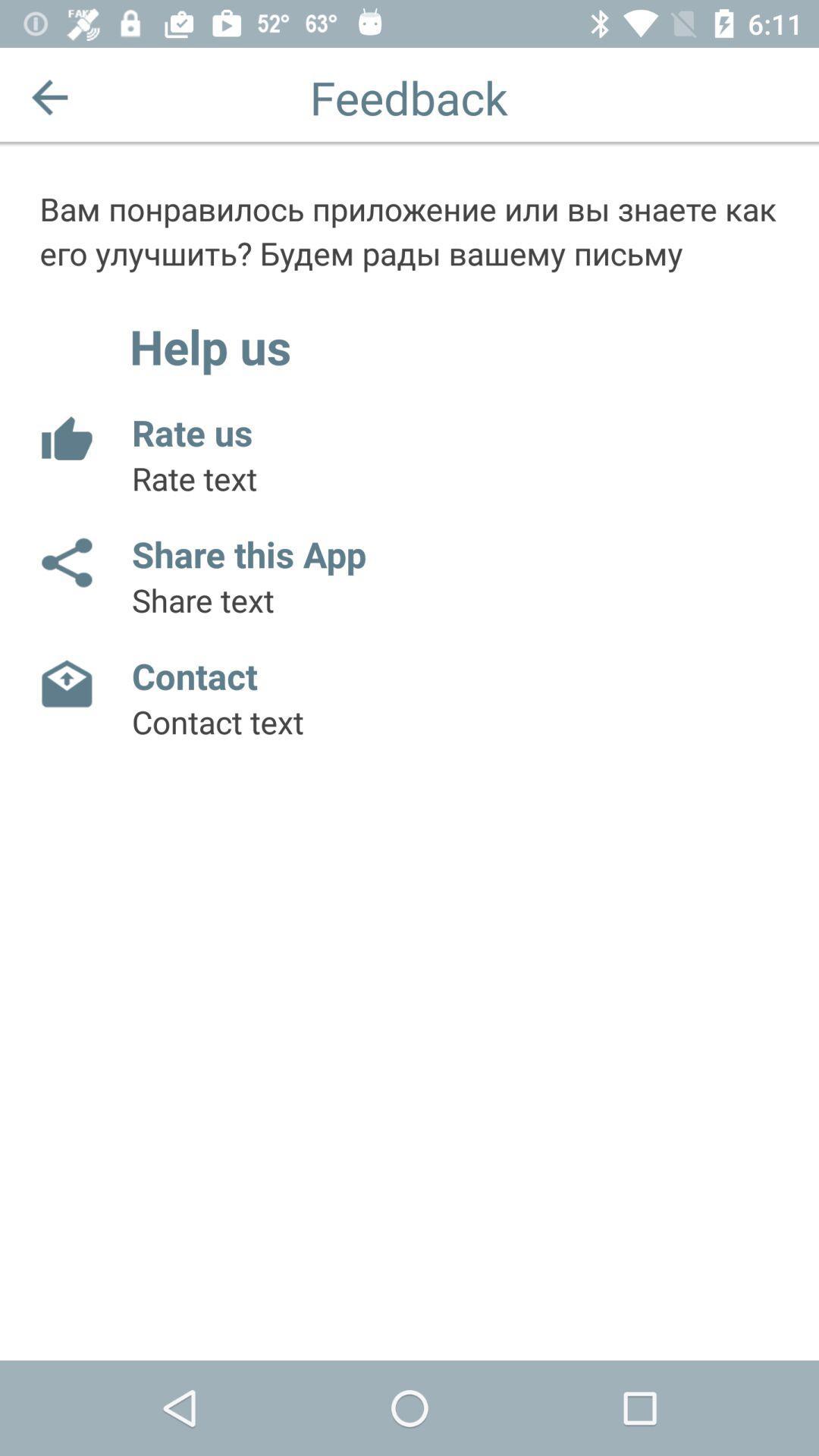 This screenshot has height=1456, width=819. What do you see at coordinates (49, 96) in the screenshot?
I see `the item next to the feedback` at bounding box center [49, 96].